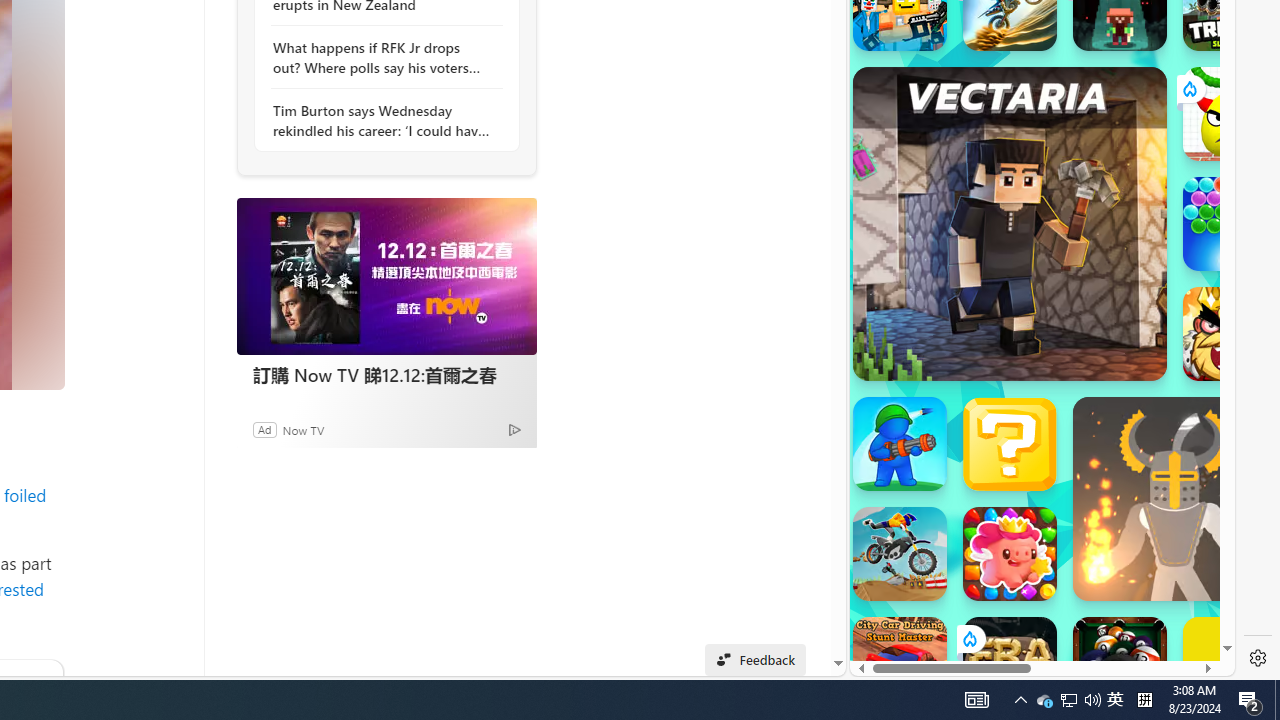 This screenshot has height=720, width=1280. What do you see at coordinates (898, 554) in the screenshot?
I see `'Crazy Bikes Crazy Bikes'` at bounding box center [898, 554].